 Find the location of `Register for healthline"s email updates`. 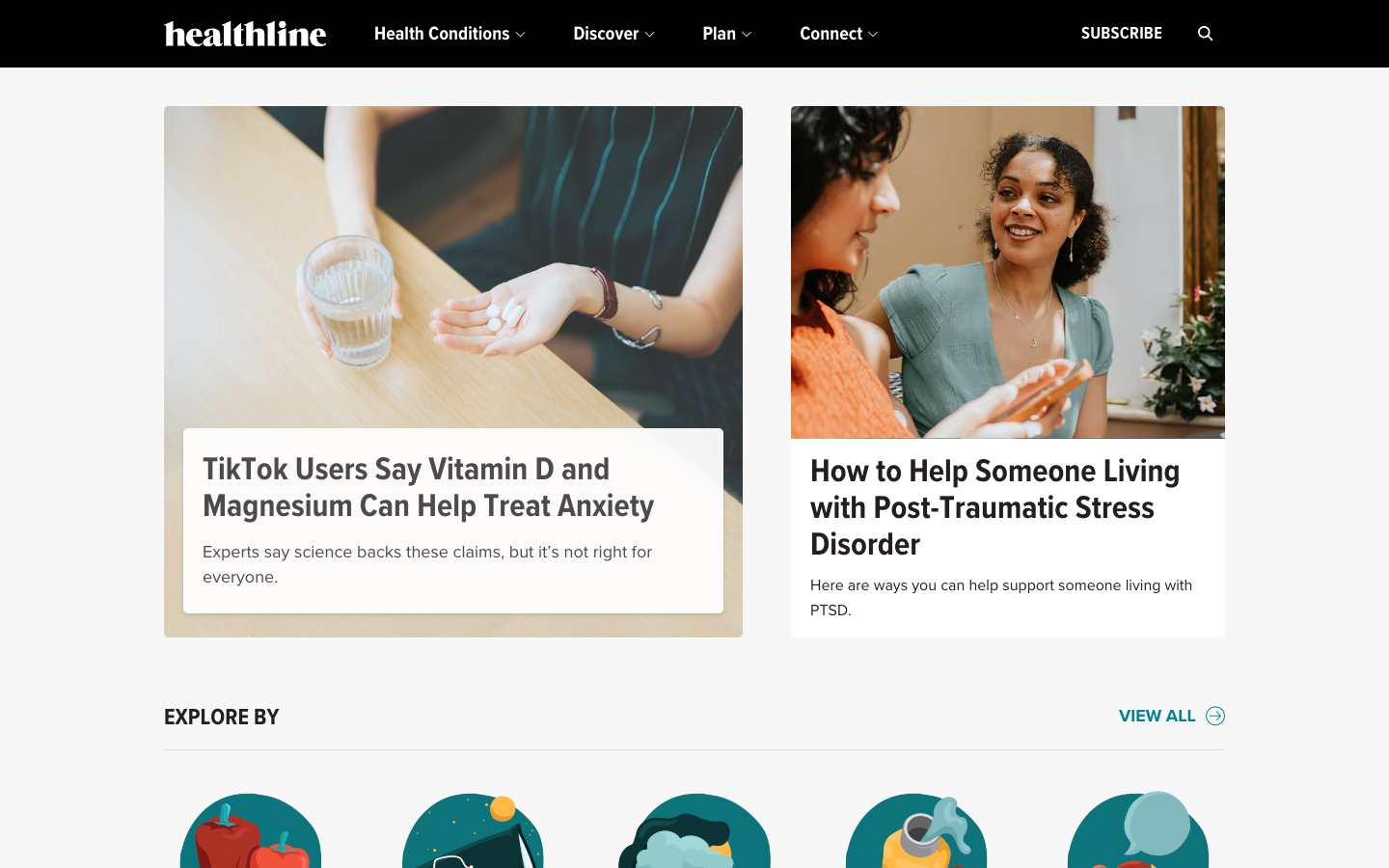

Register for healthline"s email updates is located at coordinates (1121, 33).